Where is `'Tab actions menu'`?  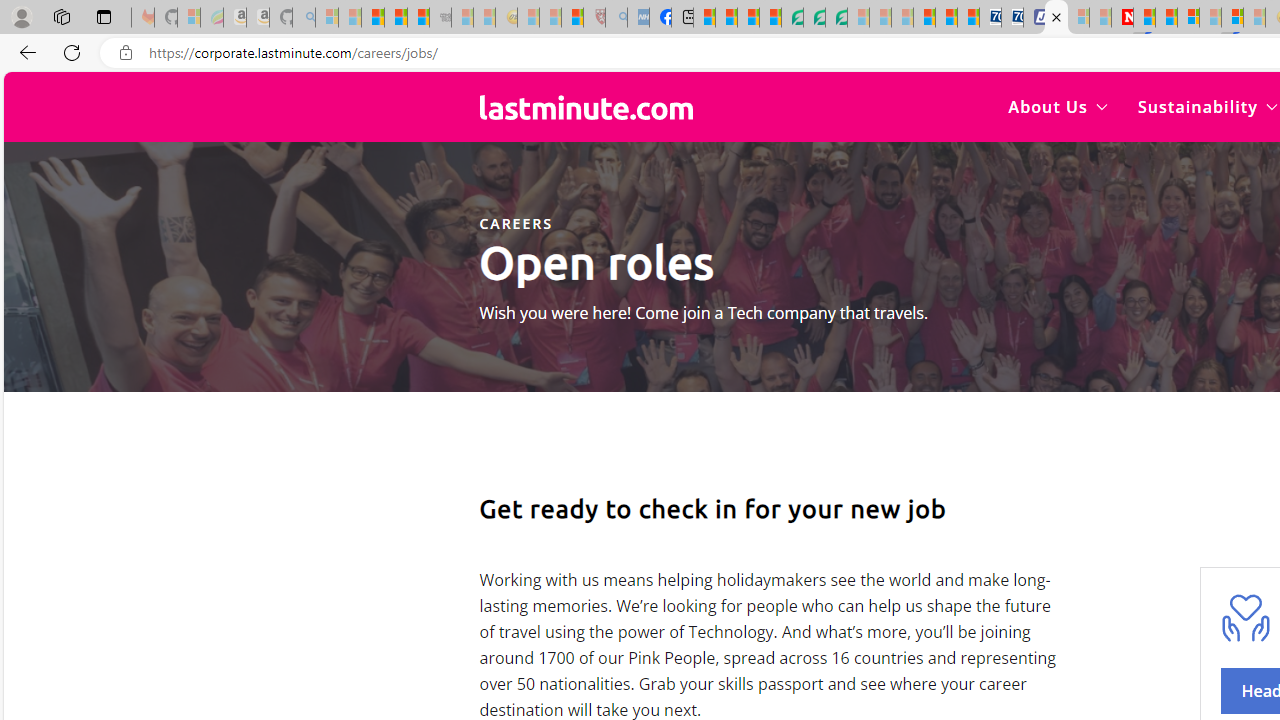 'Tab actions menu' is located at coordinates (103, 16).